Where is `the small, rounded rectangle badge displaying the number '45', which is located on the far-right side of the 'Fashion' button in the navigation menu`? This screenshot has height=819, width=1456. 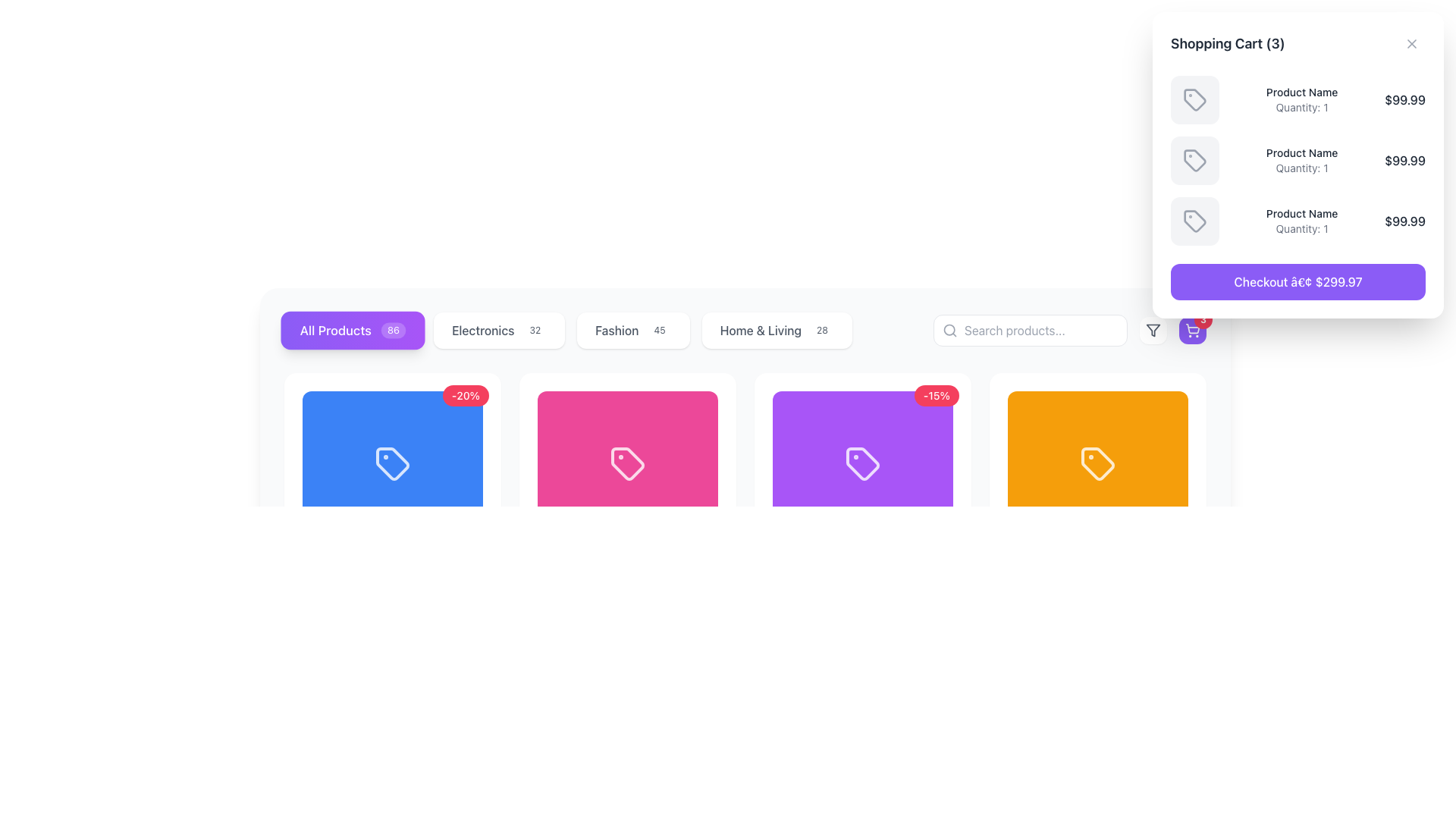
the small, rounded rectangle badge displaying the number '45', which is located on the far-right side of the 'Fashion' button in the navigation menu is located at coordinates (659, 329).